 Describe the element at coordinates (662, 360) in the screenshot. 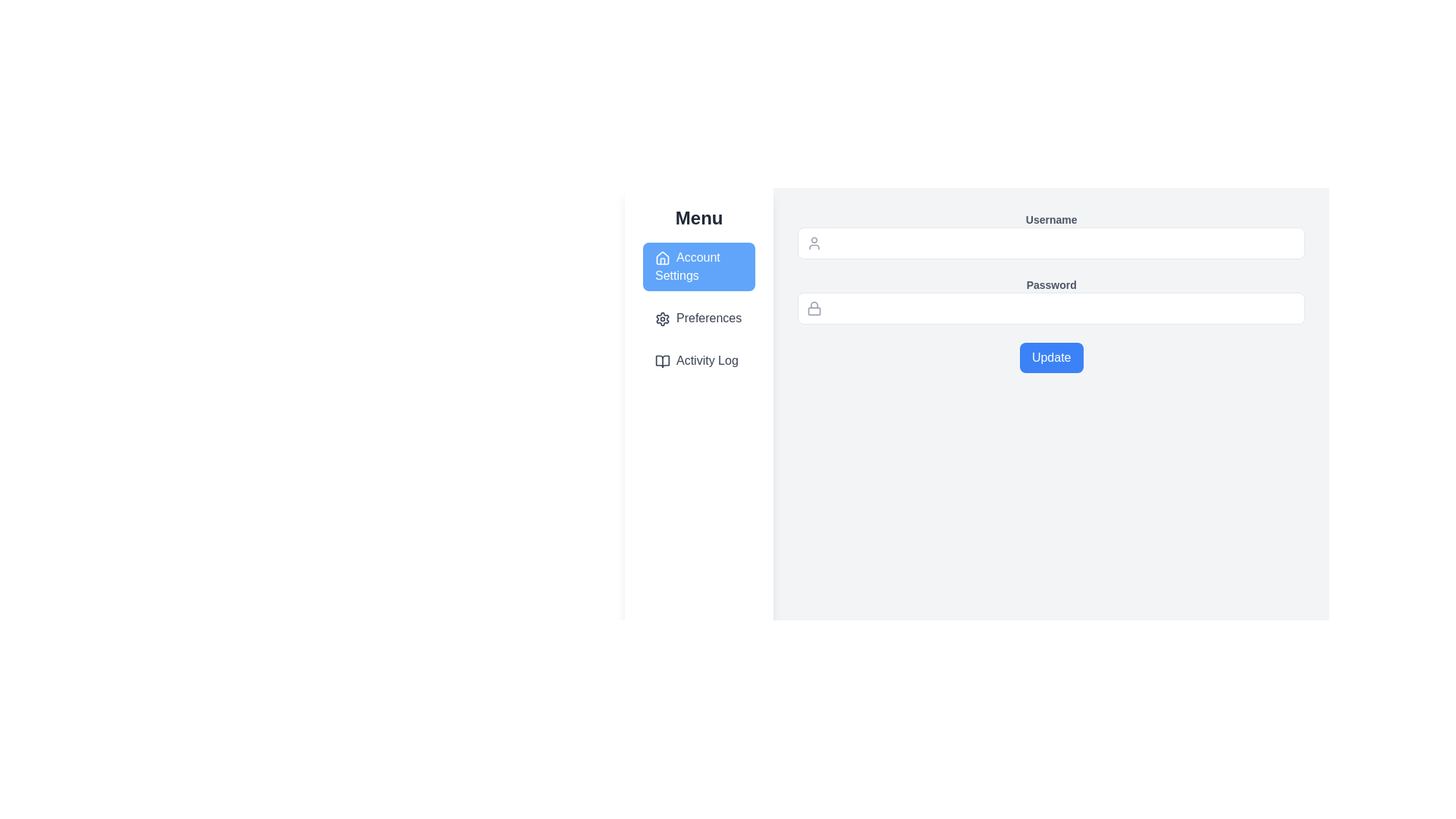

I see `the 'Activity Log' icon located to the left of the 'Activity Log' text in the menu section` at that location.